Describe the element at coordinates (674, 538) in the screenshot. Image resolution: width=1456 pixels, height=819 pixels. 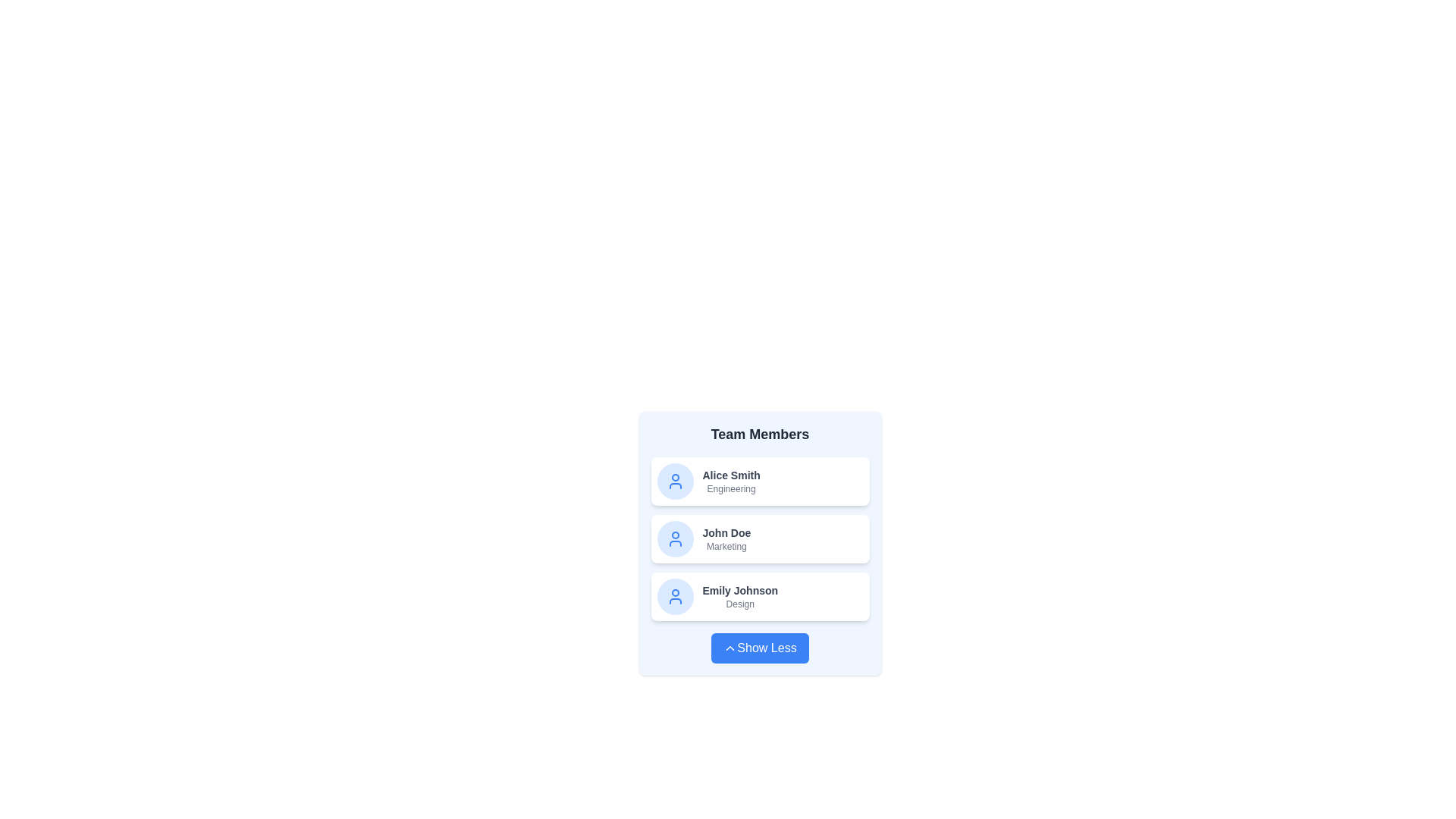
I see `the Visual Icon representing 'John Doe' in the upper-left section of the card, indicating his role in Marketing` at that location.